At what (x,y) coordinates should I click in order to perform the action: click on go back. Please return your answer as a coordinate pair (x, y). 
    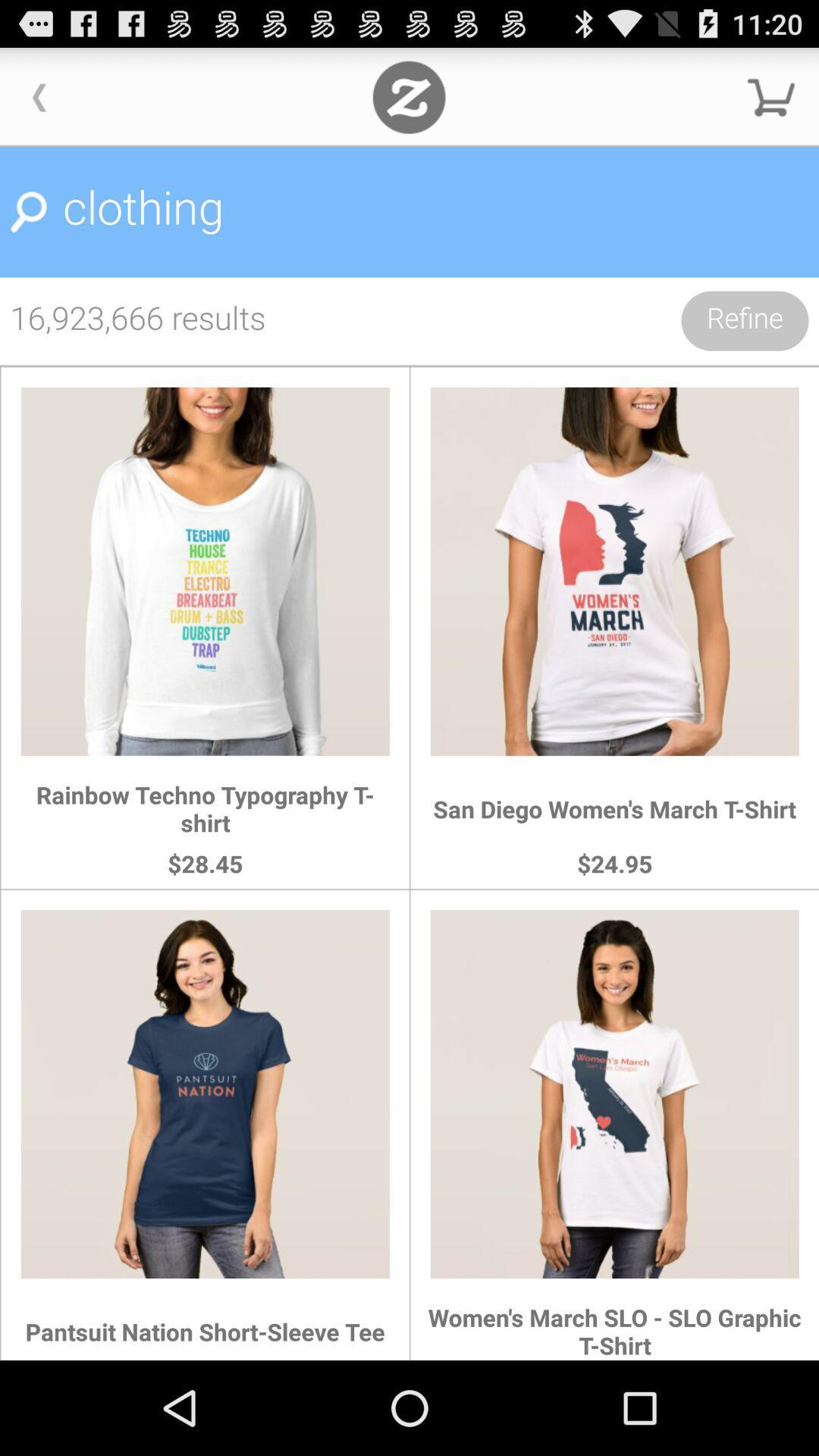
    Looking at the image, I should click on (39, 96).